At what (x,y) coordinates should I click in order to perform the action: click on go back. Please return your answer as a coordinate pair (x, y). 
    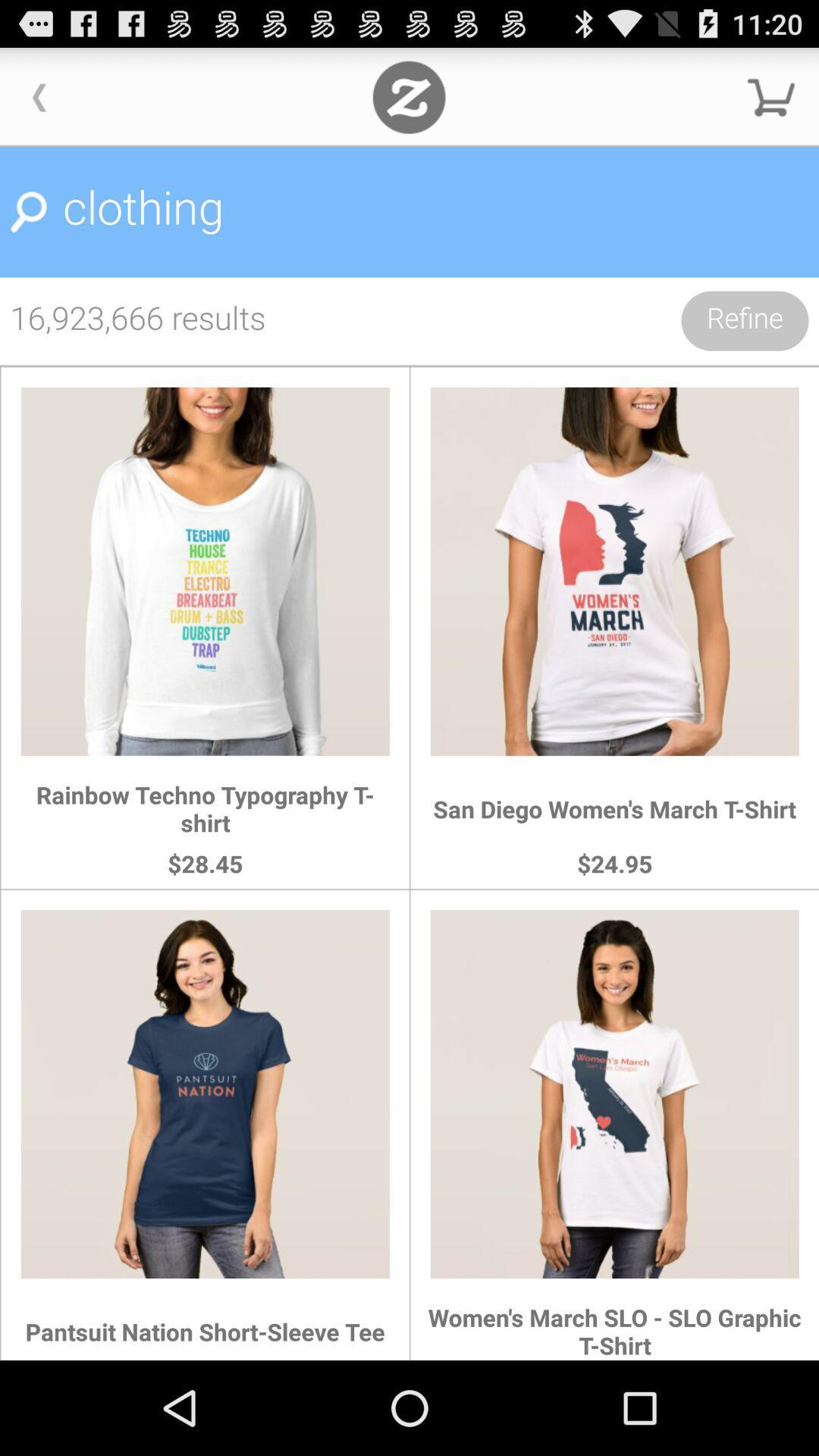
    Looking at the image, I should click on (39, 96).